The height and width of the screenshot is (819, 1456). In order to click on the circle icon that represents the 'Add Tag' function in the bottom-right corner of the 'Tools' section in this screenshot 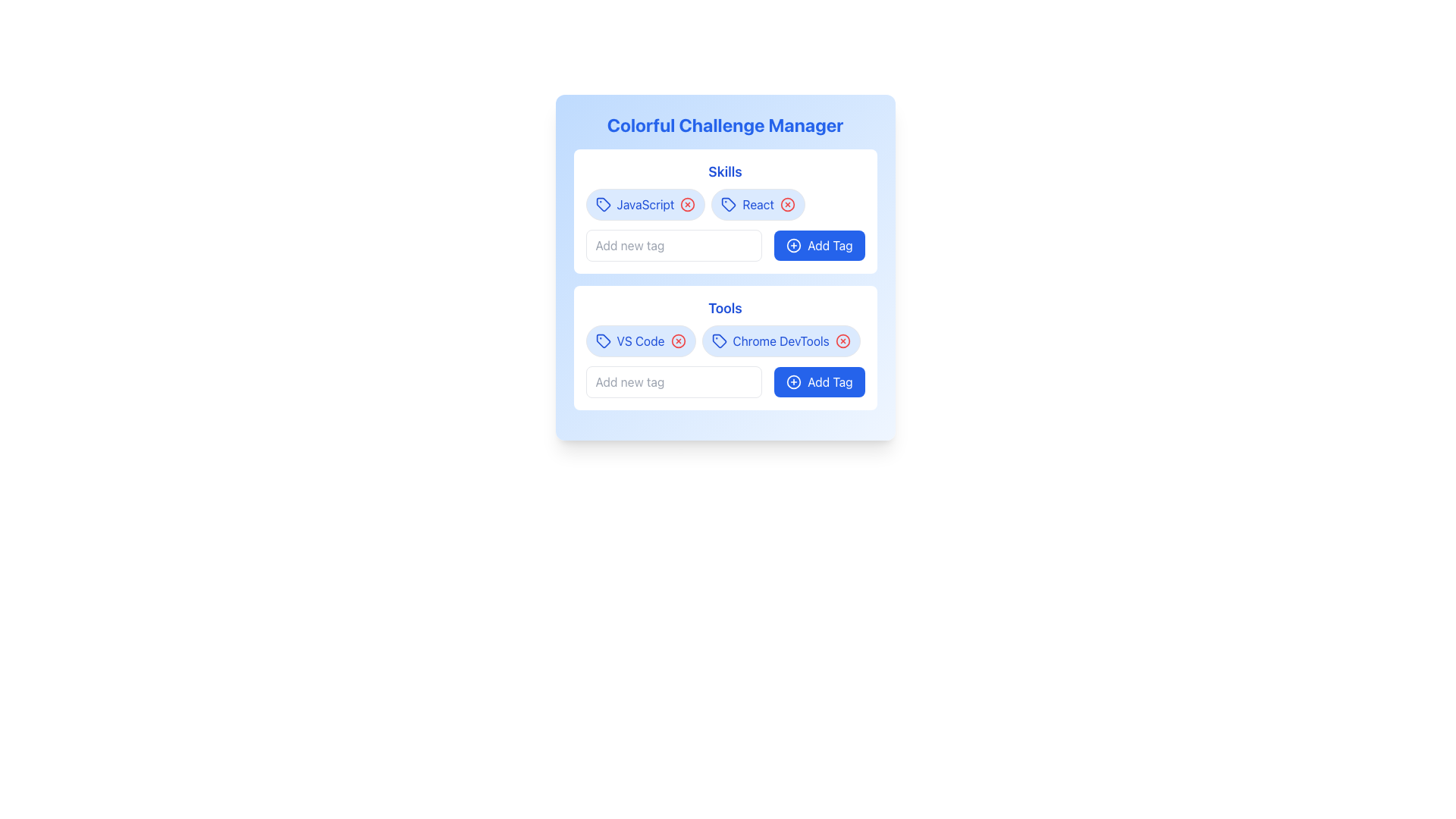, I will do `click(793, 381)`.